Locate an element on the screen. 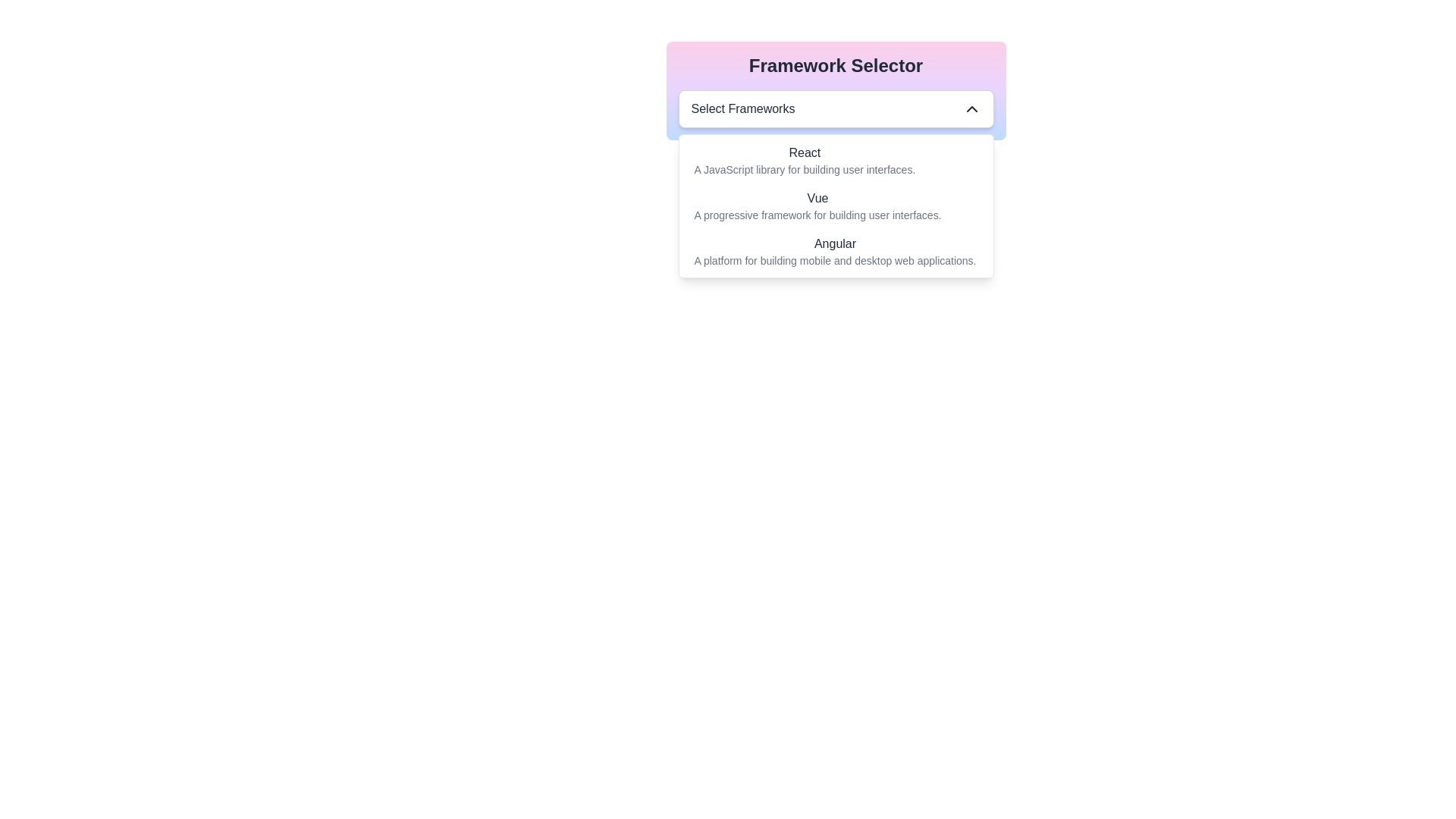 The image size is (1456, 819). the third list item in the dropdown menu labeled 'Select Frameworks', which contains the bold text 'Angular' and the description 'A platform for building mobile and desktop web applications.' is located at coordinates (834, 250).